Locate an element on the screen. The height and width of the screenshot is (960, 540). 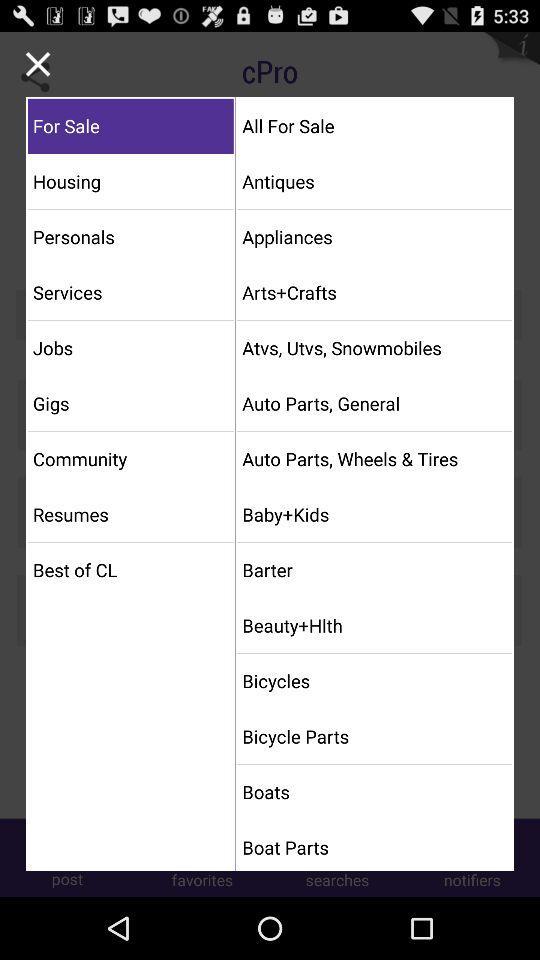
the icon below antiques icon is located at coordinates (374, 237).